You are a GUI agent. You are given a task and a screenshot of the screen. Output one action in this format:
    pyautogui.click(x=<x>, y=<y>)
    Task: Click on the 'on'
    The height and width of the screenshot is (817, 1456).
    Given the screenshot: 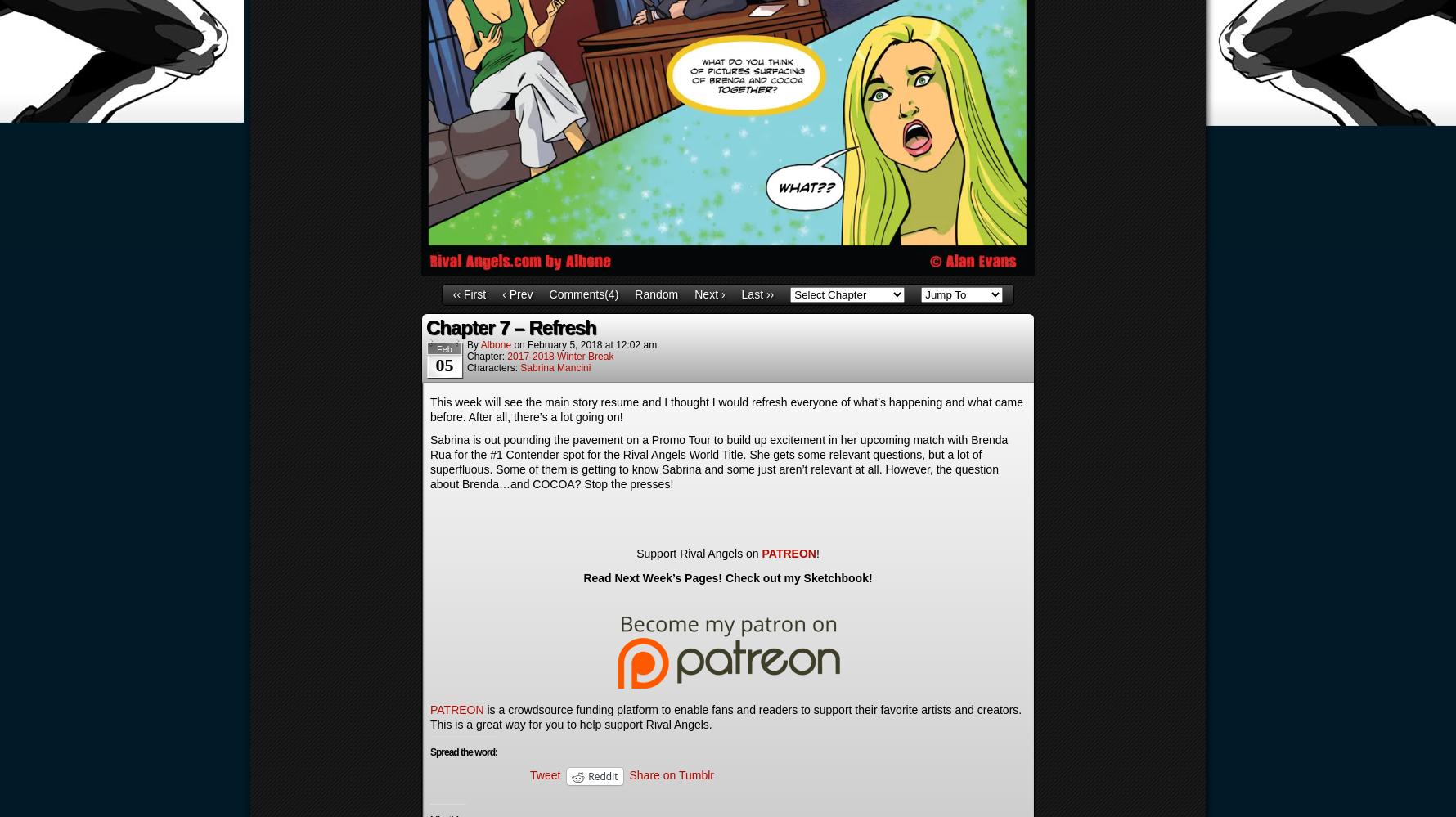 What is the action you would take?
    pyautogui.click(x=520, y=343)
    